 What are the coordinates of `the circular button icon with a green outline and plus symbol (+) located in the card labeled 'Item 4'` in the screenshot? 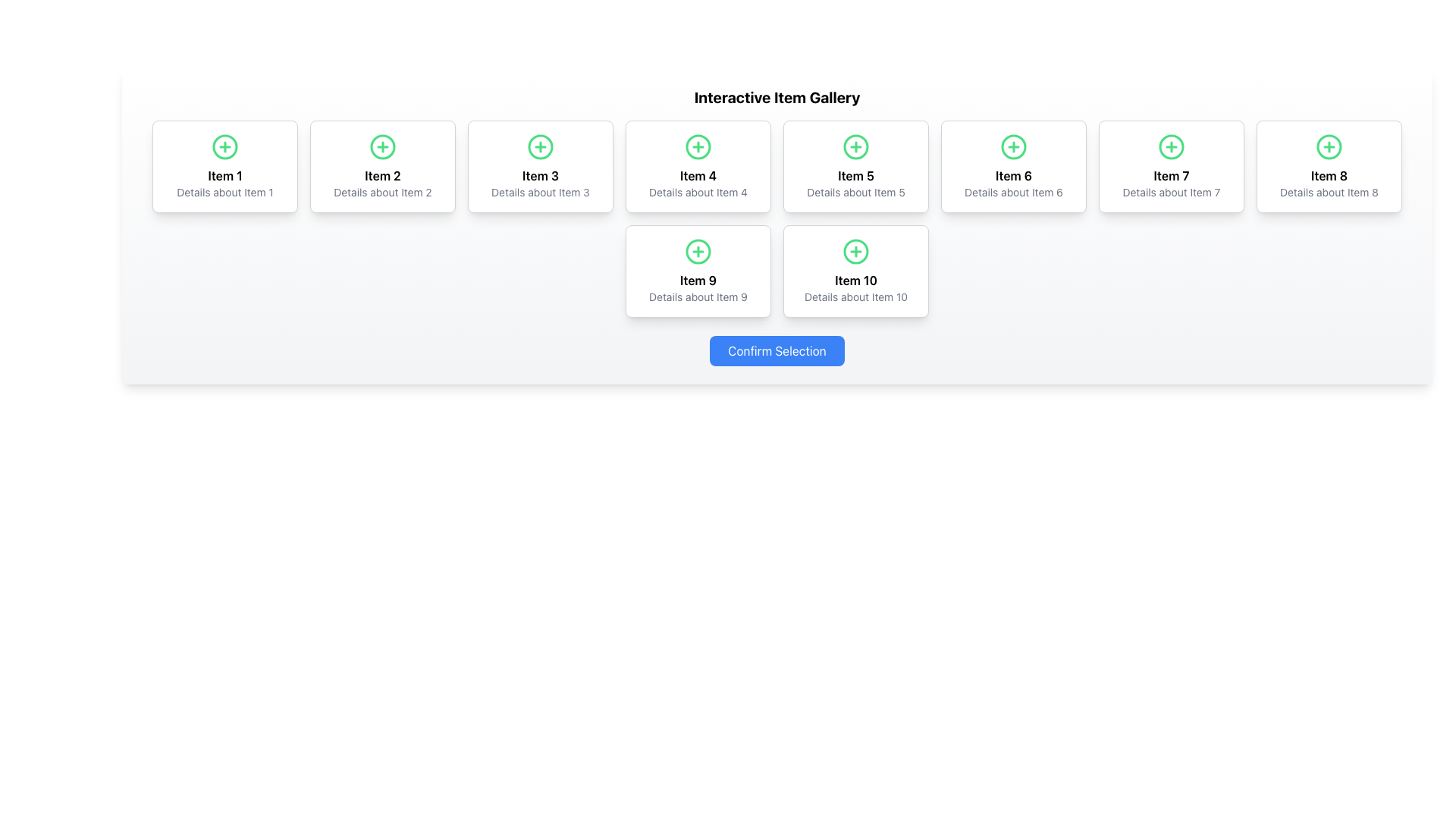 It's located at (698, 146).